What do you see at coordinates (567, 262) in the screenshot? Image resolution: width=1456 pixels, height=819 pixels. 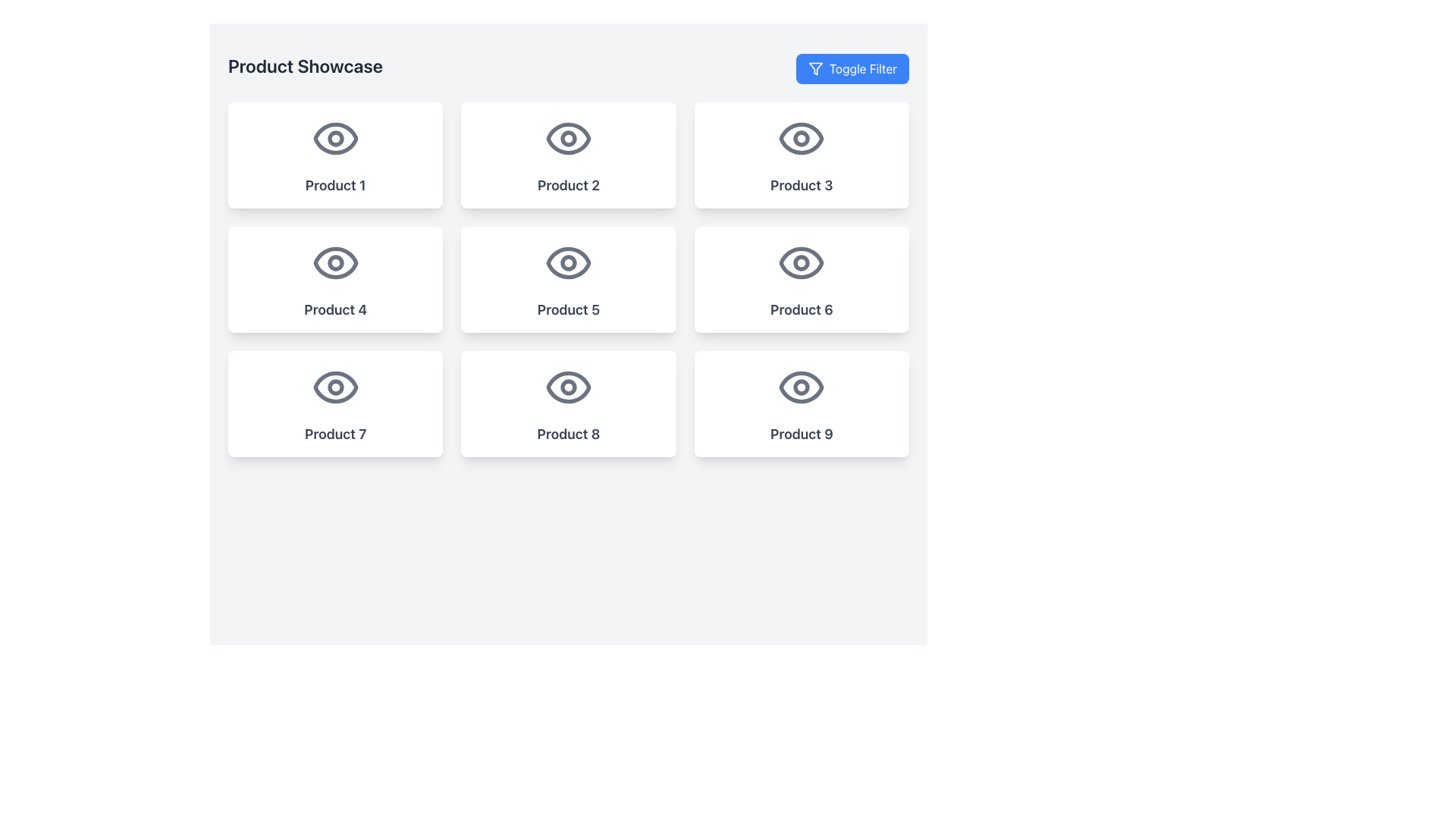 I see `the circle representing the pupil in the central 'eye' icon of the 'Product 5' card, located in the center of the second row of the grid layout` at bounding box center [567, 262].